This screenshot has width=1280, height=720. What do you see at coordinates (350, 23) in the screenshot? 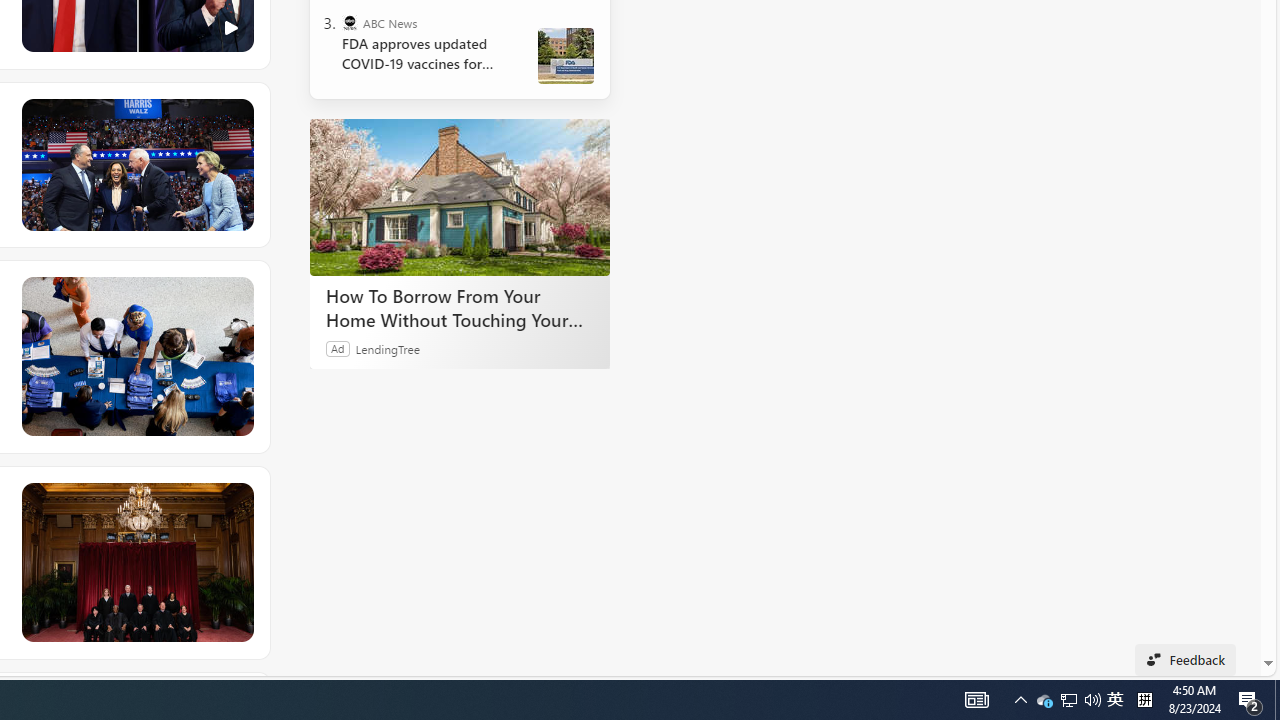
I see `'ABC News'` at bounding box center [350, 23].